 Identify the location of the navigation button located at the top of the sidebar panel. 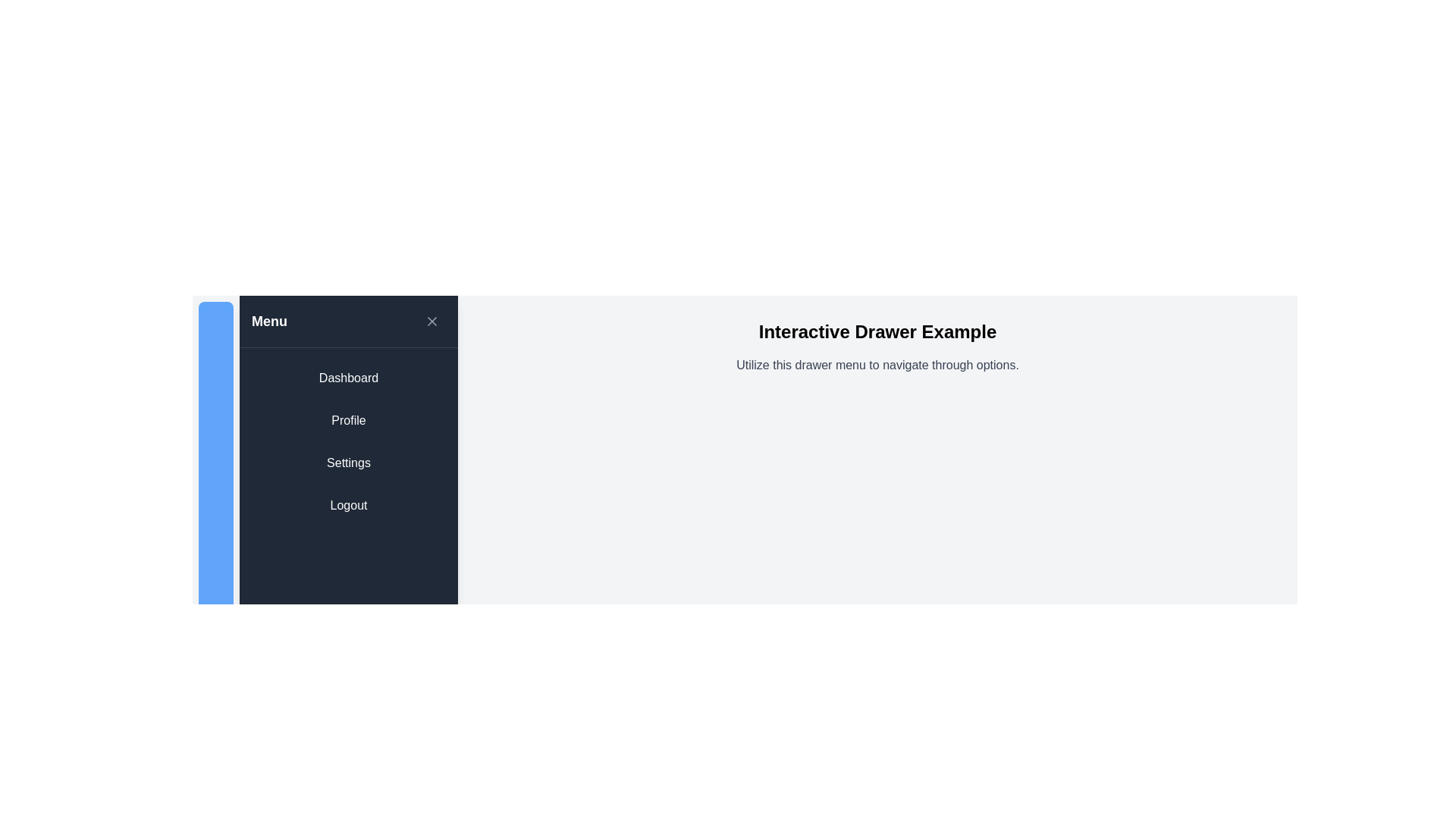
(348, 377).